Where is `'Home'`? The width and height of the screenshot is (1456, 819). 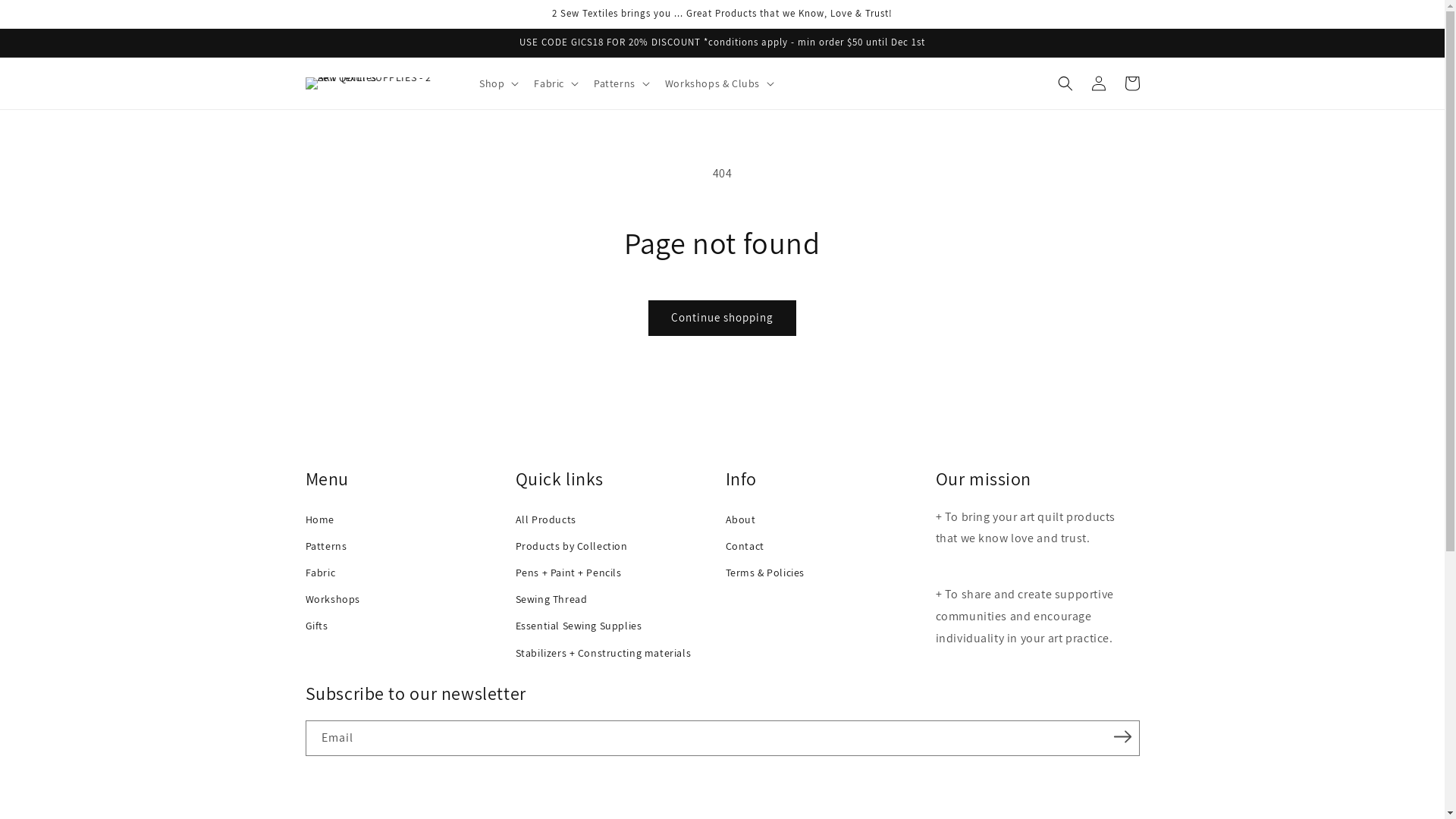 'Home' is located at coordinates (406, 519).